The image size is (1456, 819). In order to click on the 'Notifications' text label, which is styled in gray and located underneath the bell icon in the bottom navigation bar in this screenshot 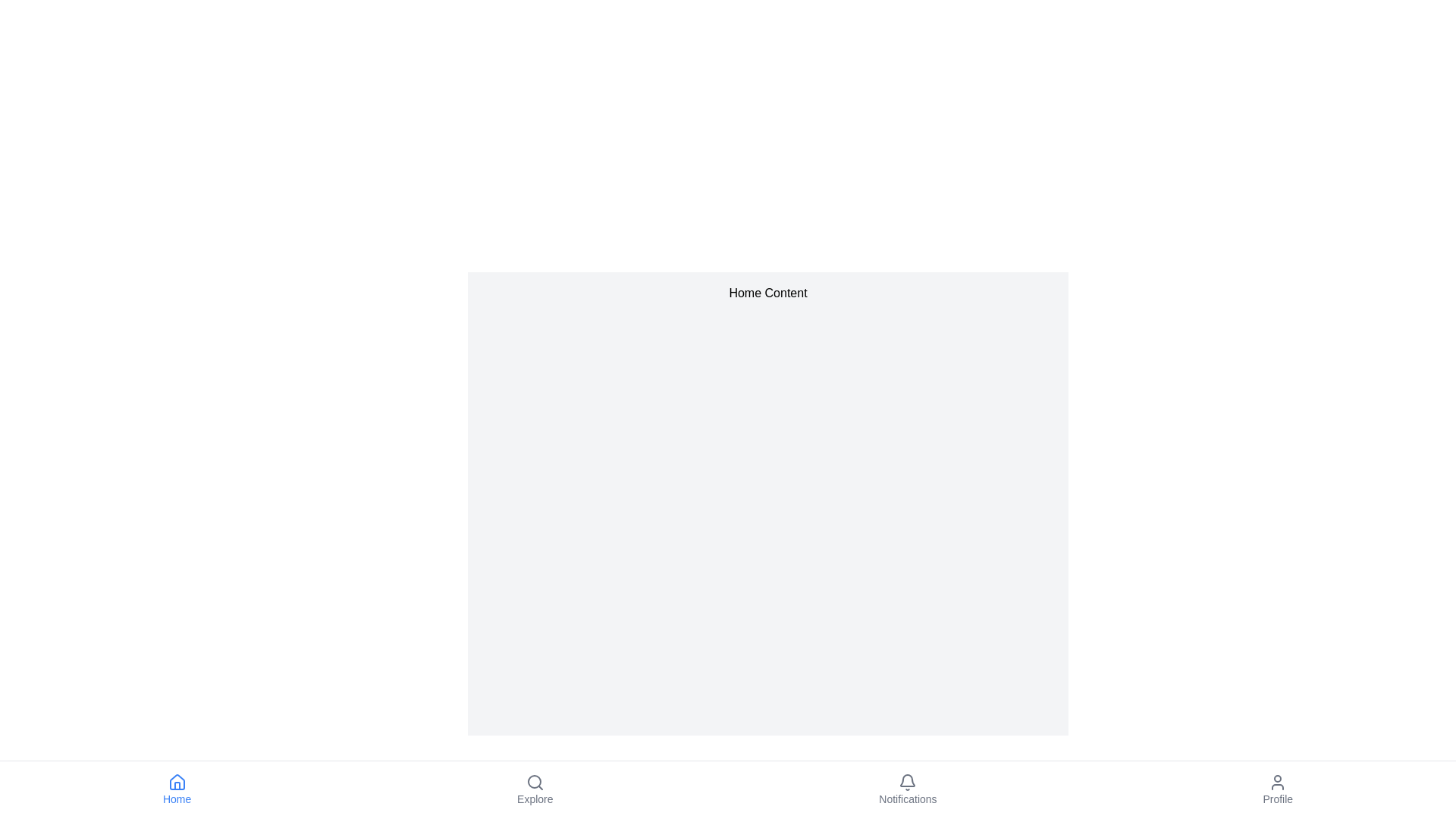, I will do `click(908, 798)`.